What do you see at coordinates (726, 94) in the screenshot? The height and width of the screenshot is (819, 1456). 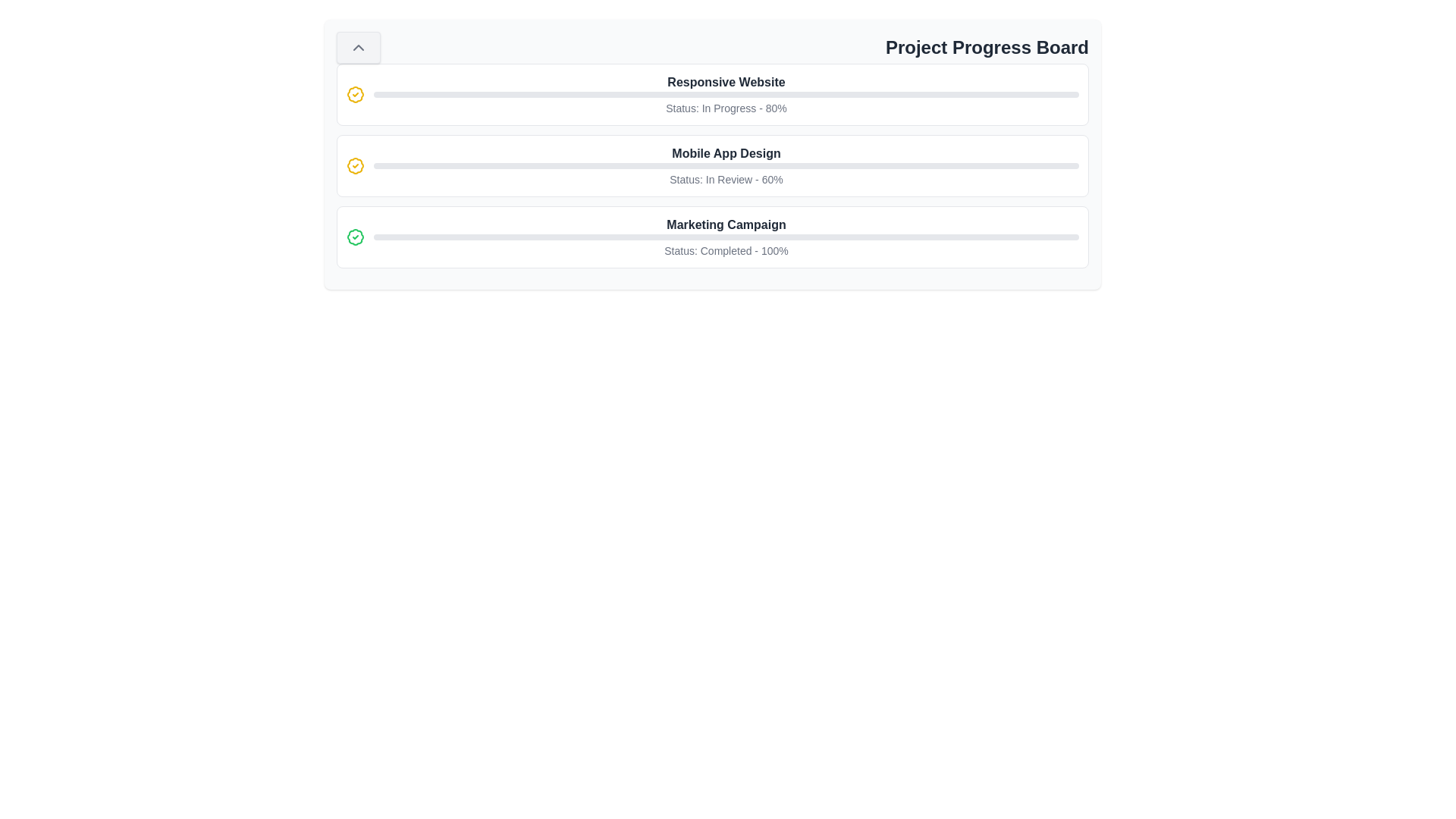 I see `the horizontal progress bar located below the text 'Responsive Website' and above the status text 'Status: In Progress - 80%', which has a gray background and a blue filled portion` at bounding box center [726, 94].